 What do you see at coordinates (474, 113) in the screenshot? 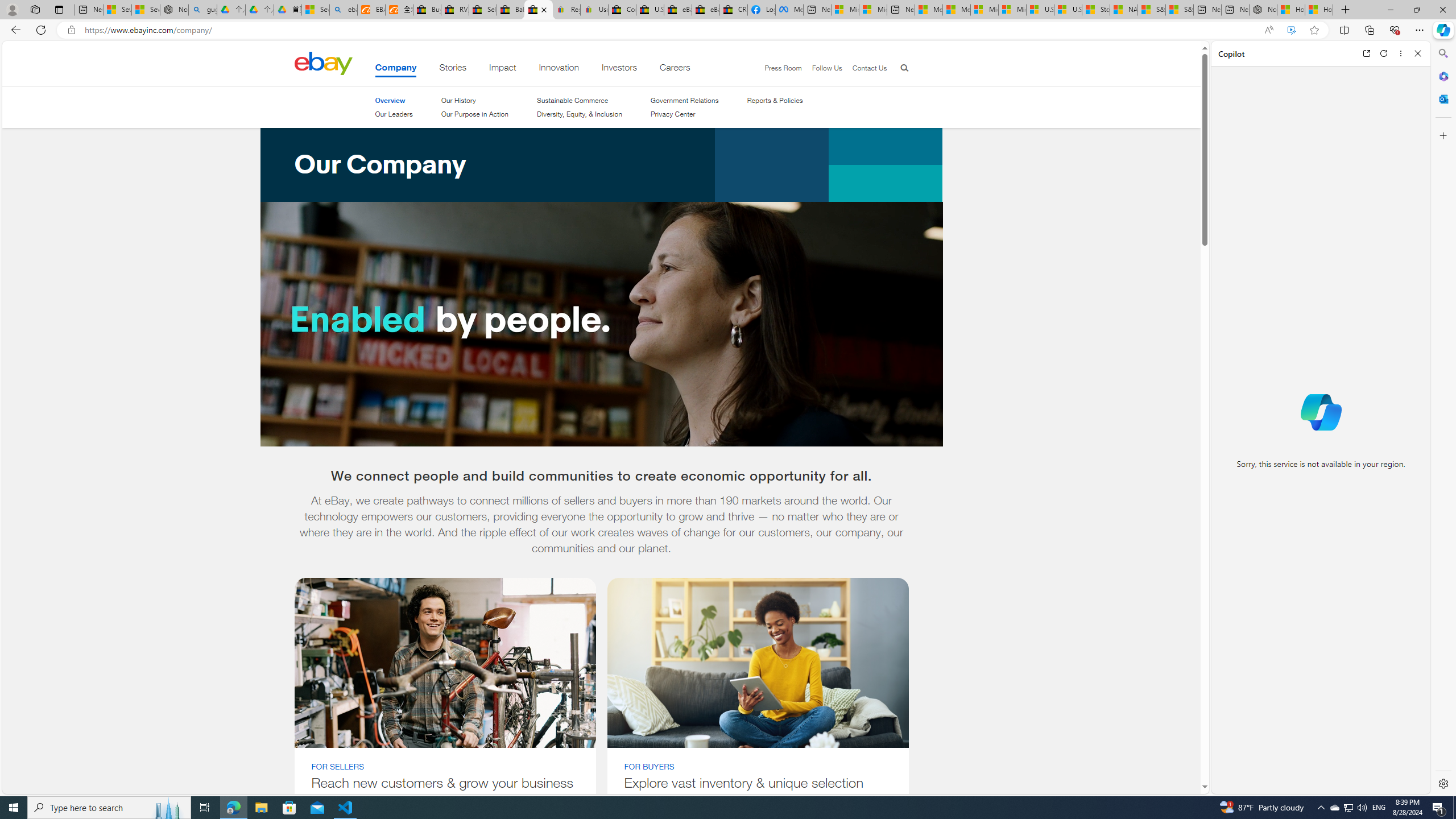
I see `'Our Purpose in Action'` at bounding box center [474, 113].